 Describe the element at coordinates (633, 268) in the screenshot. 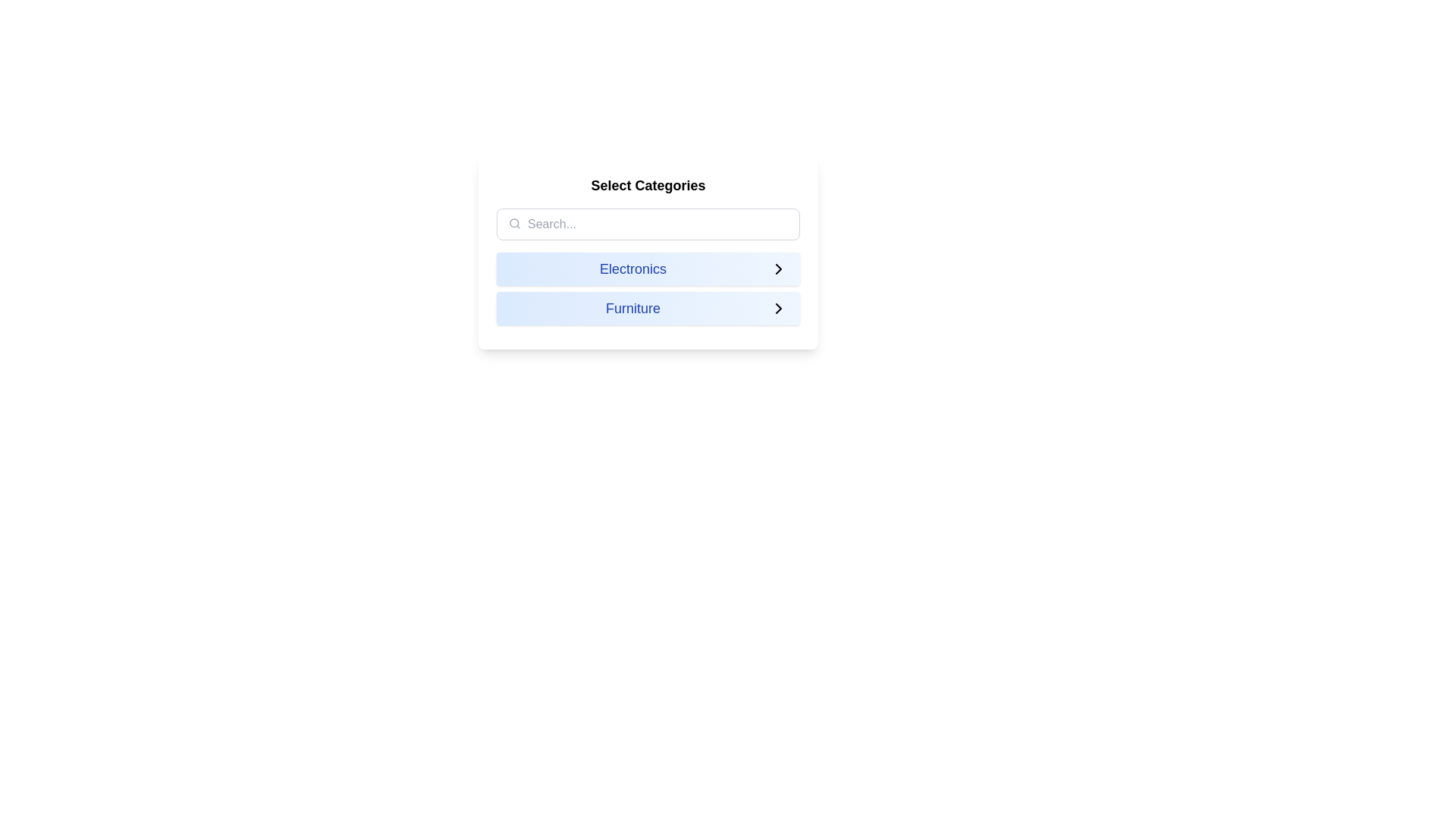

I see `the 'Electronics' text label within the blue button` at that location.